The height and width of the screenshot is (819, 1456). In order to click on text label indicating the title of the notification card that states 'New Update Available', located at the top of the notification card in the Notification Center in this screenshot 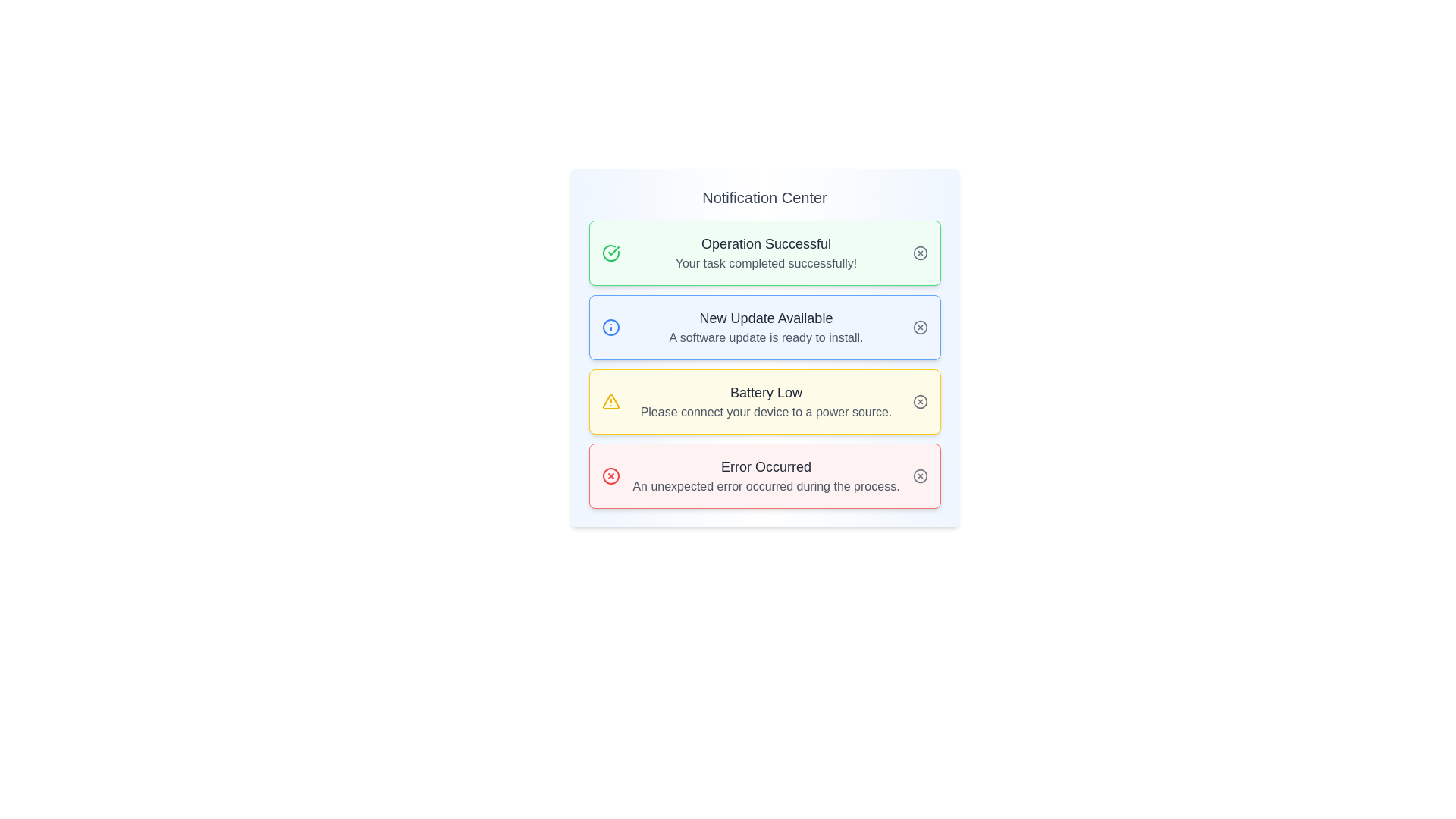, I will do `click(766, 318)`.